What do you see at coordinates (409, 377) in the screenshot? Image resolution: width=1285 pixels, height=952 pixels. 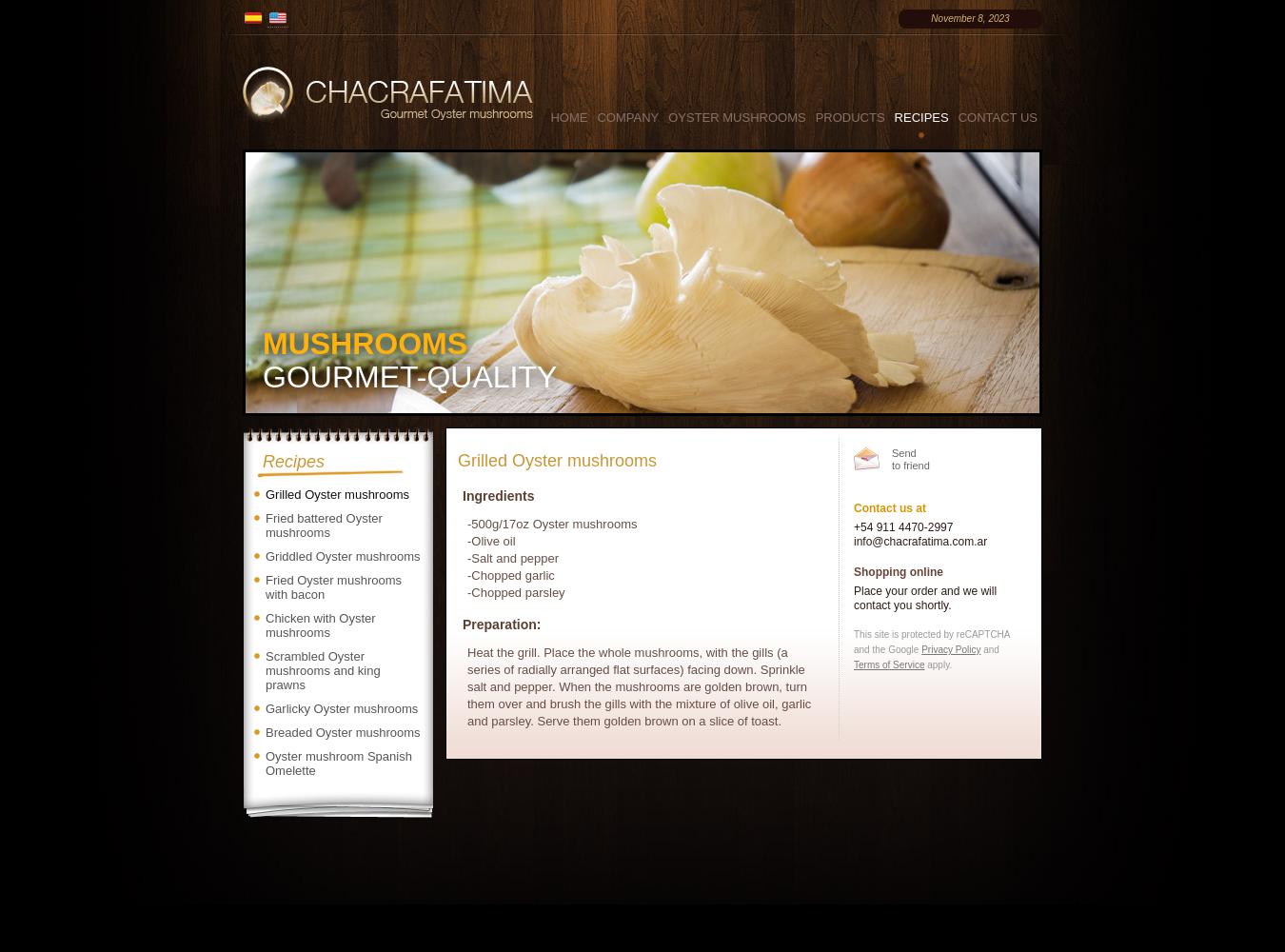 I see `'GOURMET-QUALITY'` at bounding box center [409, 377].